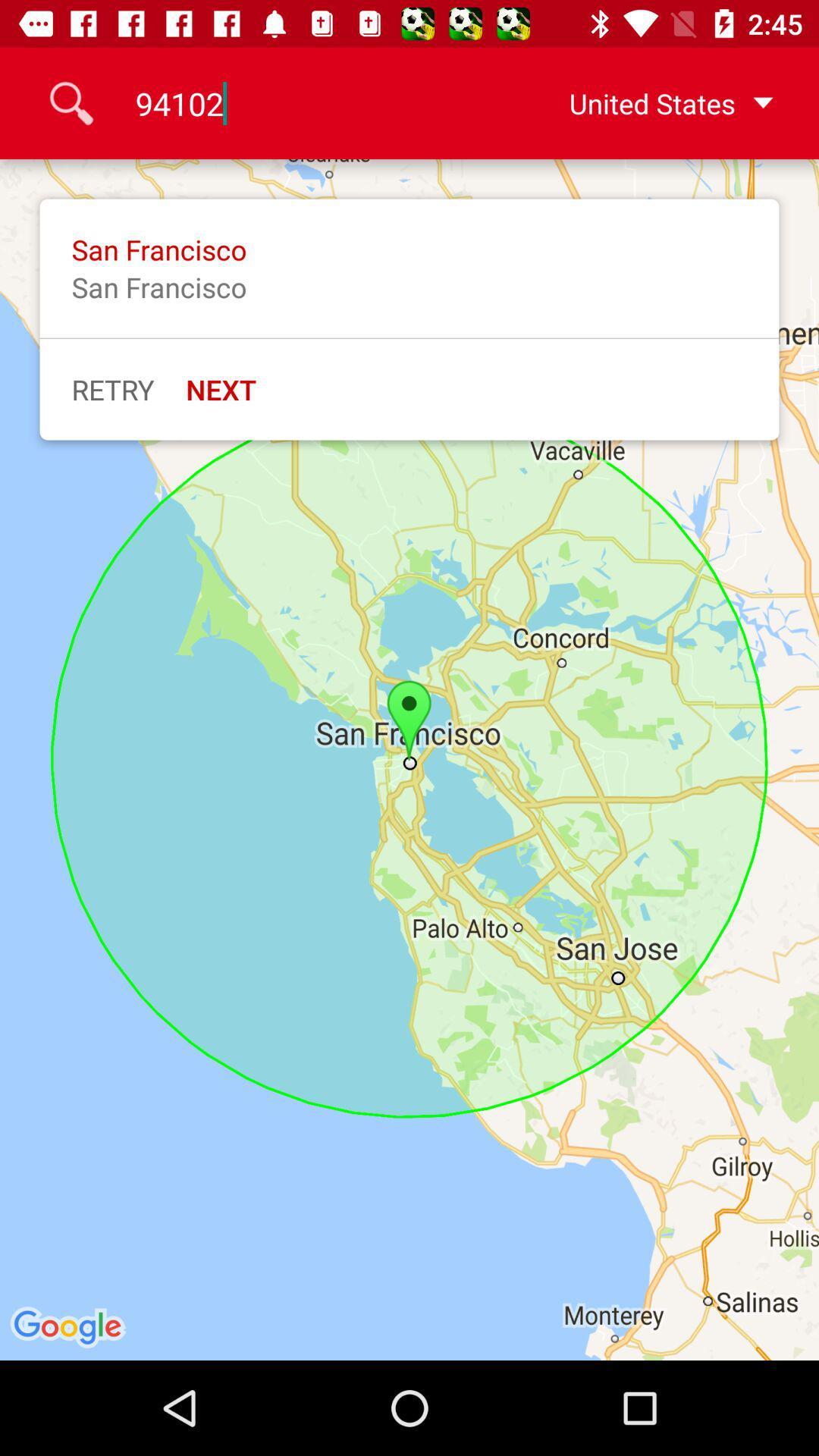 The height and width of the screenshot is (1456, 819). Describe the element at coordinates (309, 102) in the screenshot. I see `the 94102` at that location.